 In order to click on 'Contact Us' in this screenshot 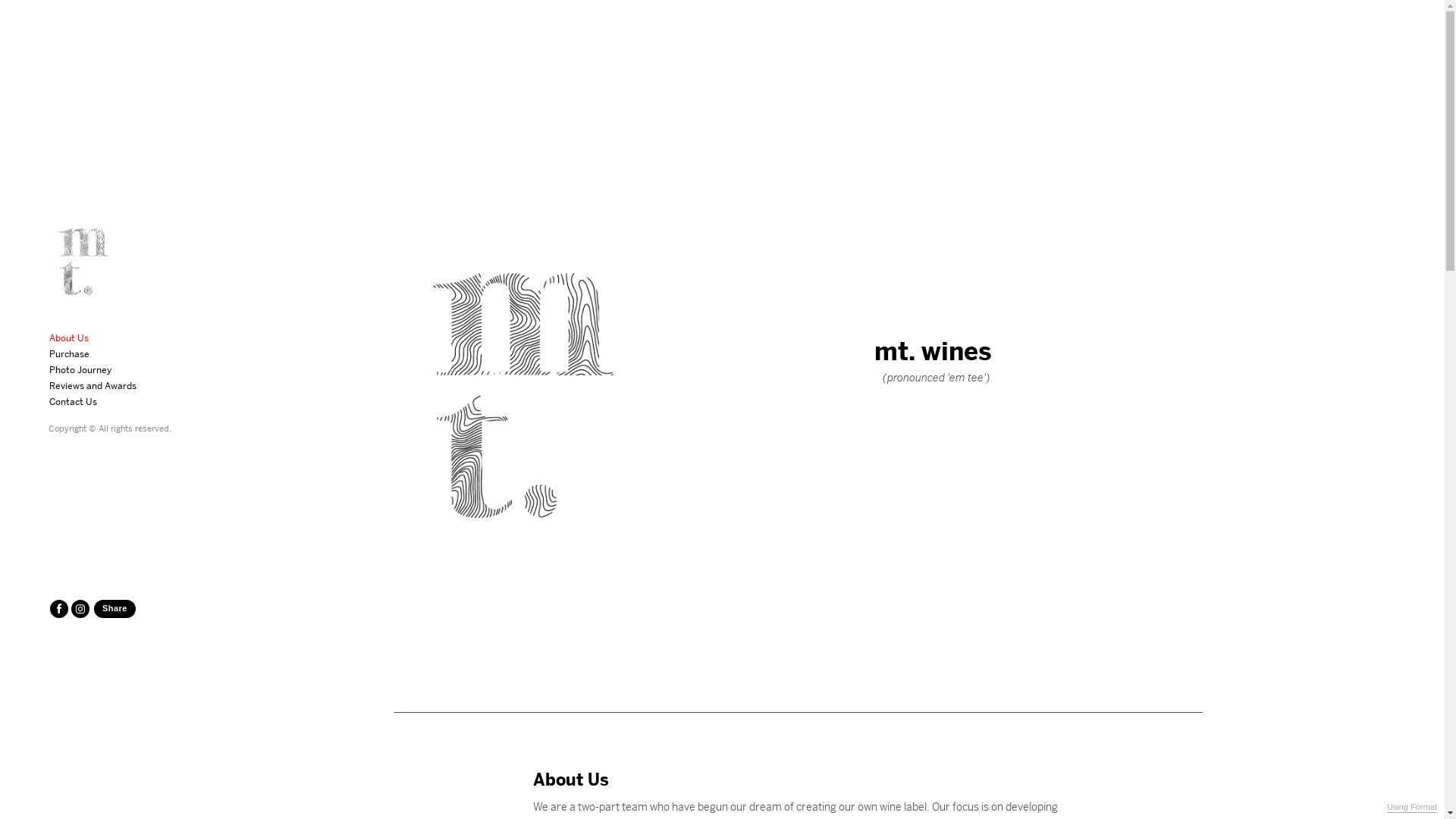, I will do `click(48, 400)`.